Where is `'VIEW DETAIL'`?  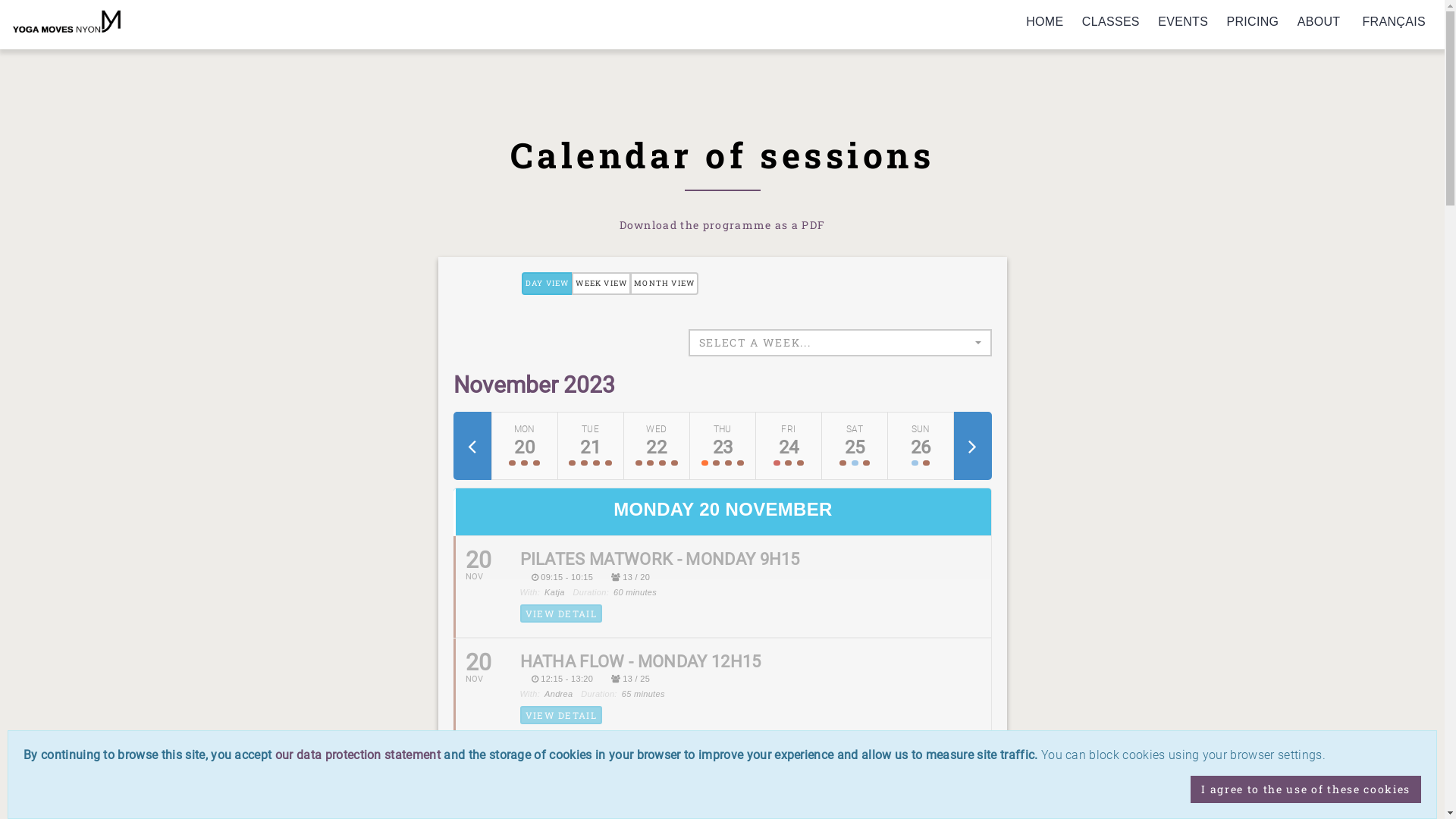
'VIEW DETAIL' is located at coordinates (560, 613).